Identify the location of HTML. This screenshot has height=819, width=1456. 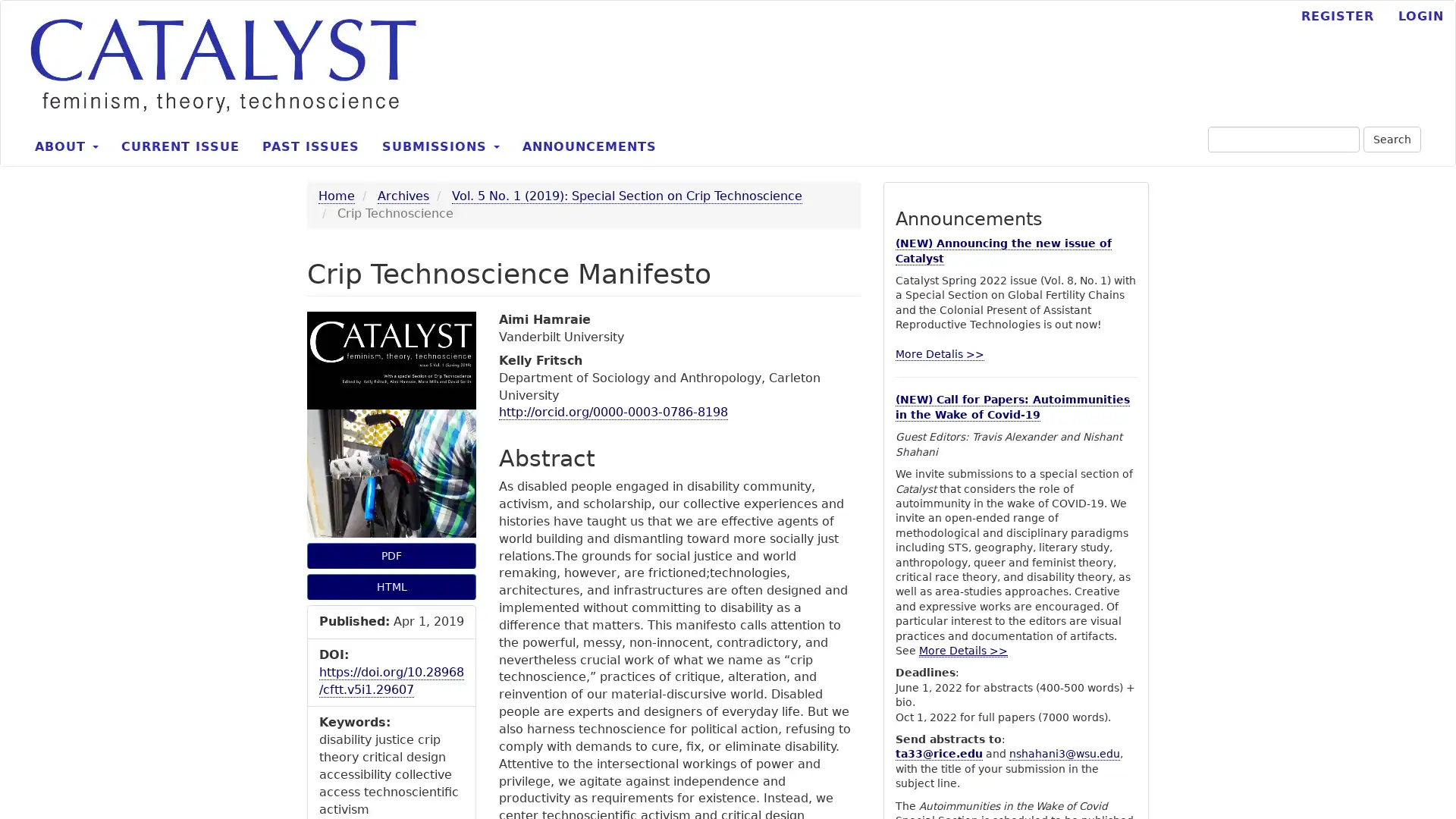
(391, 586).